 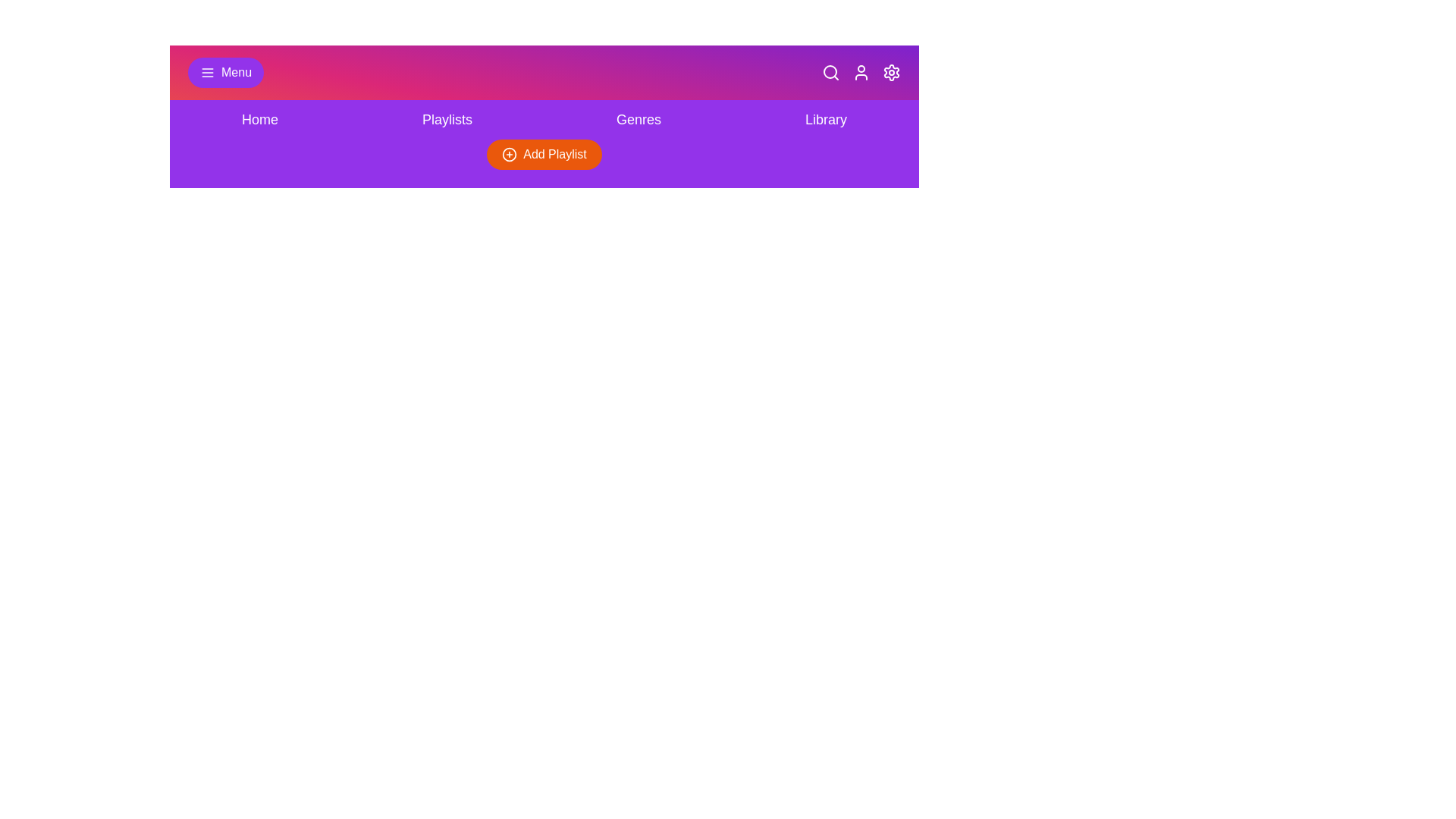 I want to click on the navigation link corresponding to Genres to navigate to that section, so click(x=639, y=119).